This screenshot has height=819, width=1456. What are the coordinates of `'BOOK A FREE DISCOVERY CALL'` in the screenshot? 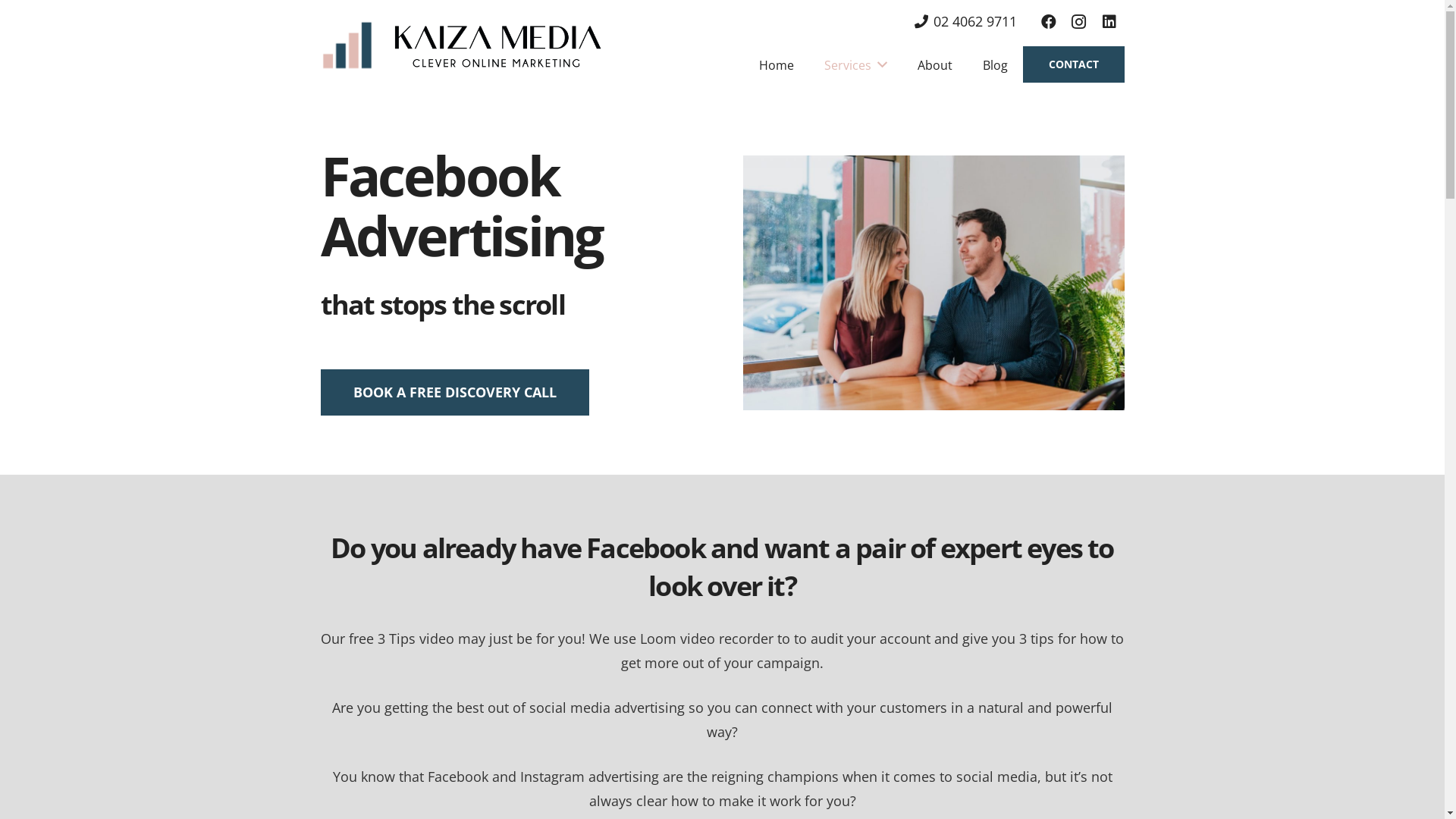 It's located at (453, 391).